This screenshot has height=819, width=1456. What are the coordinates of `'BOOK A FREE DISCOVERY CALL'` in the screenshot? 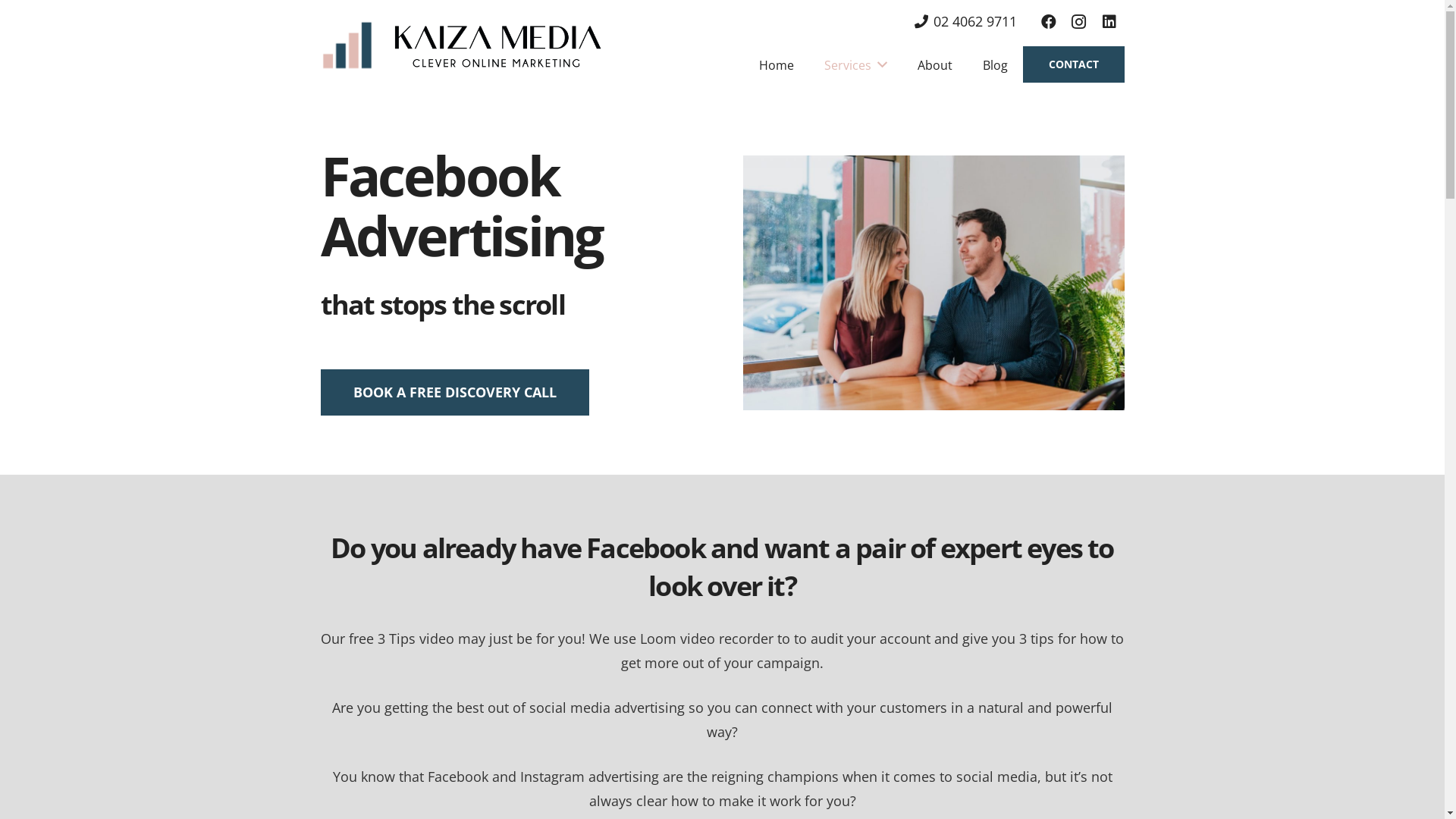 It's located at (453, 391).